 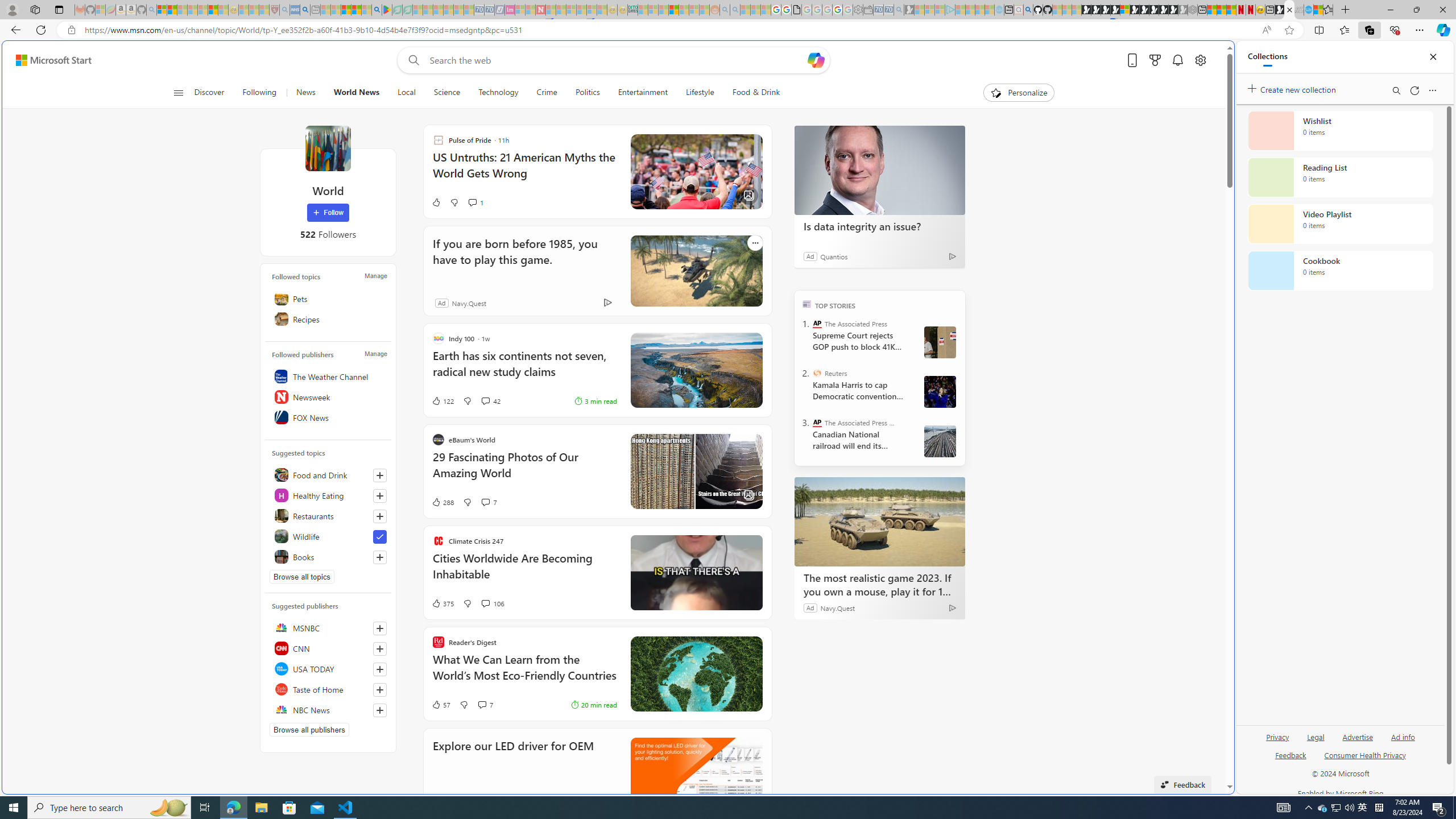 I want to click on 'Reuters', so click(x=816, y=372).